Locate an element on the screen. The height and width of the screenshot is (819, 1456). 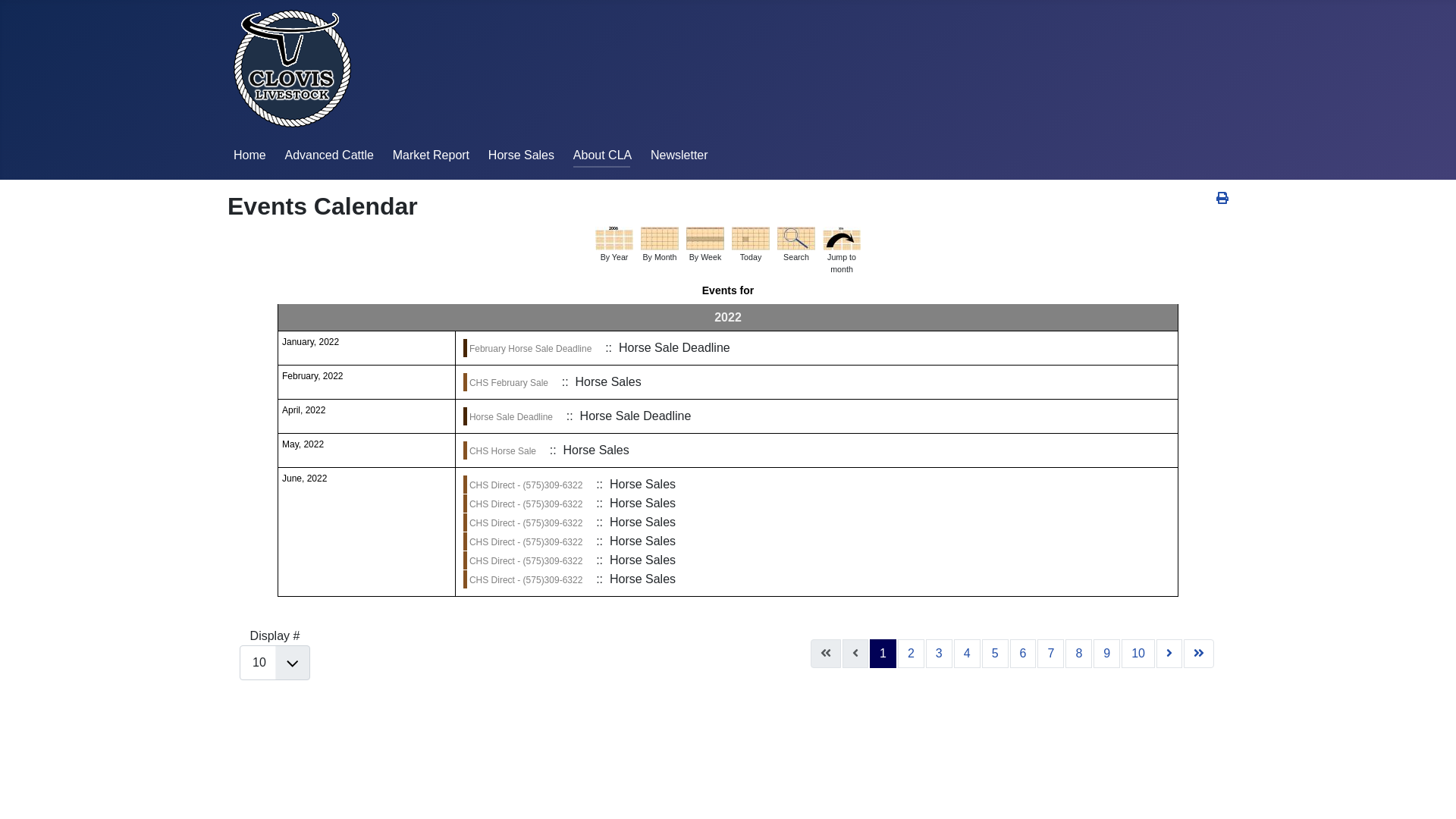
'1' is located at coordinates (870, 652).